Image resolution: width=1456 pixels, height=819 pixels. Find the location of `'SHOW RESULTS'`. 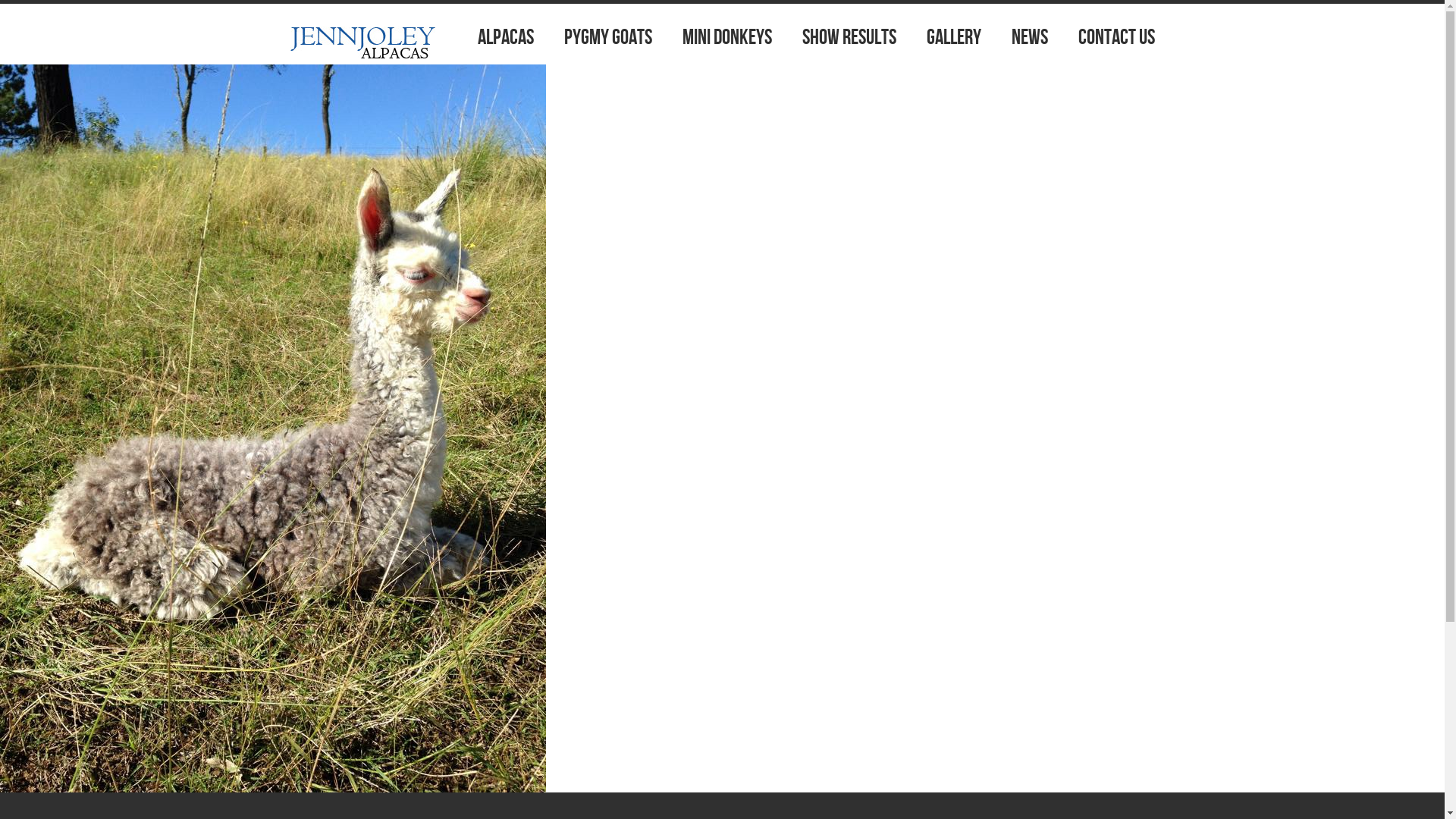

'SHOW RESULTS' is located at coordinates (848, 37).